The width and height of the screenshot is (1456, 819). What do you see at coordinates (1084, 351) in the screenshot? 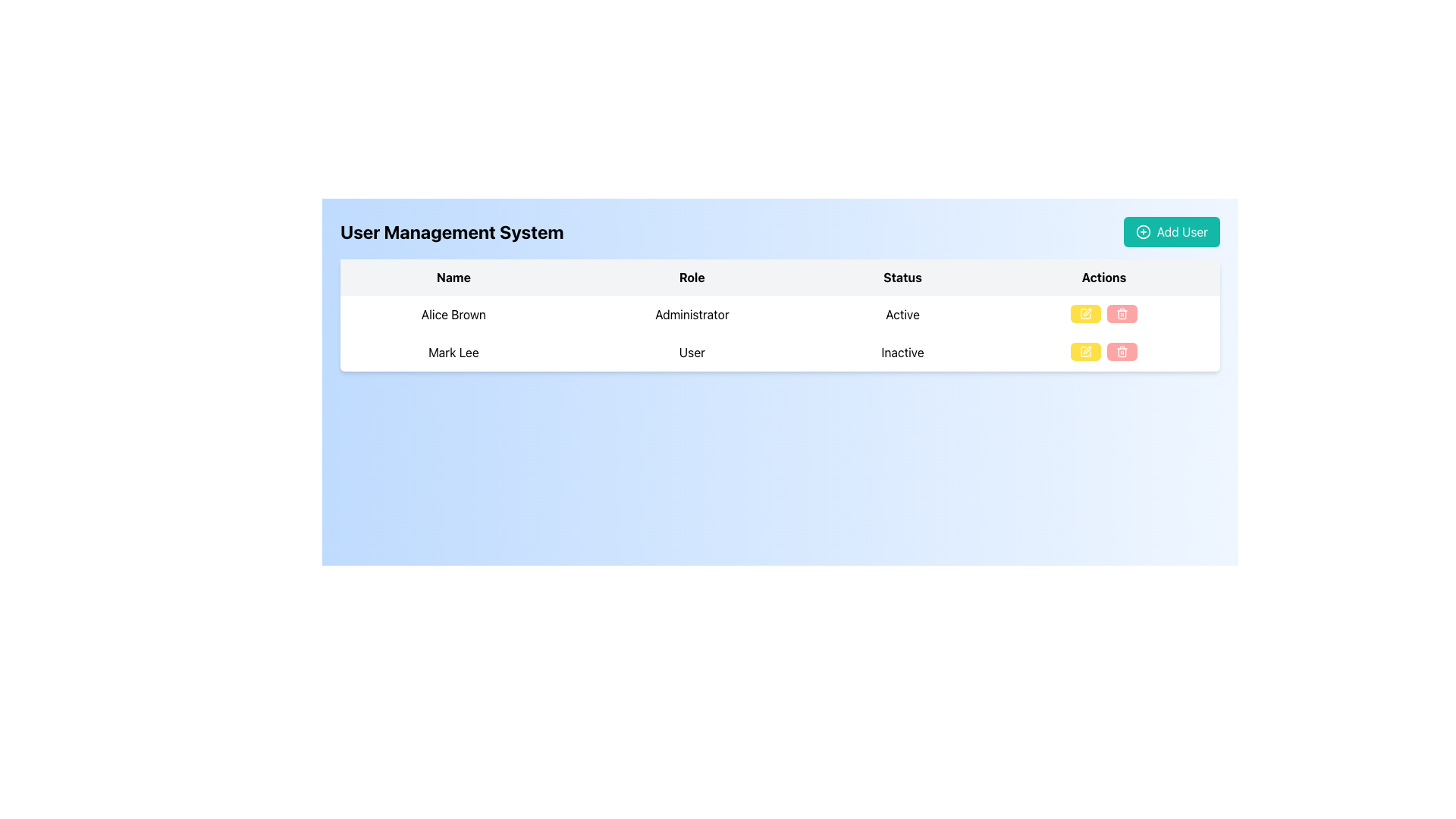
I see `the icon button located in the 'Actions' column of the second row in the user management table, which has a yellow background and serves` at bounding box center [1084, 351].